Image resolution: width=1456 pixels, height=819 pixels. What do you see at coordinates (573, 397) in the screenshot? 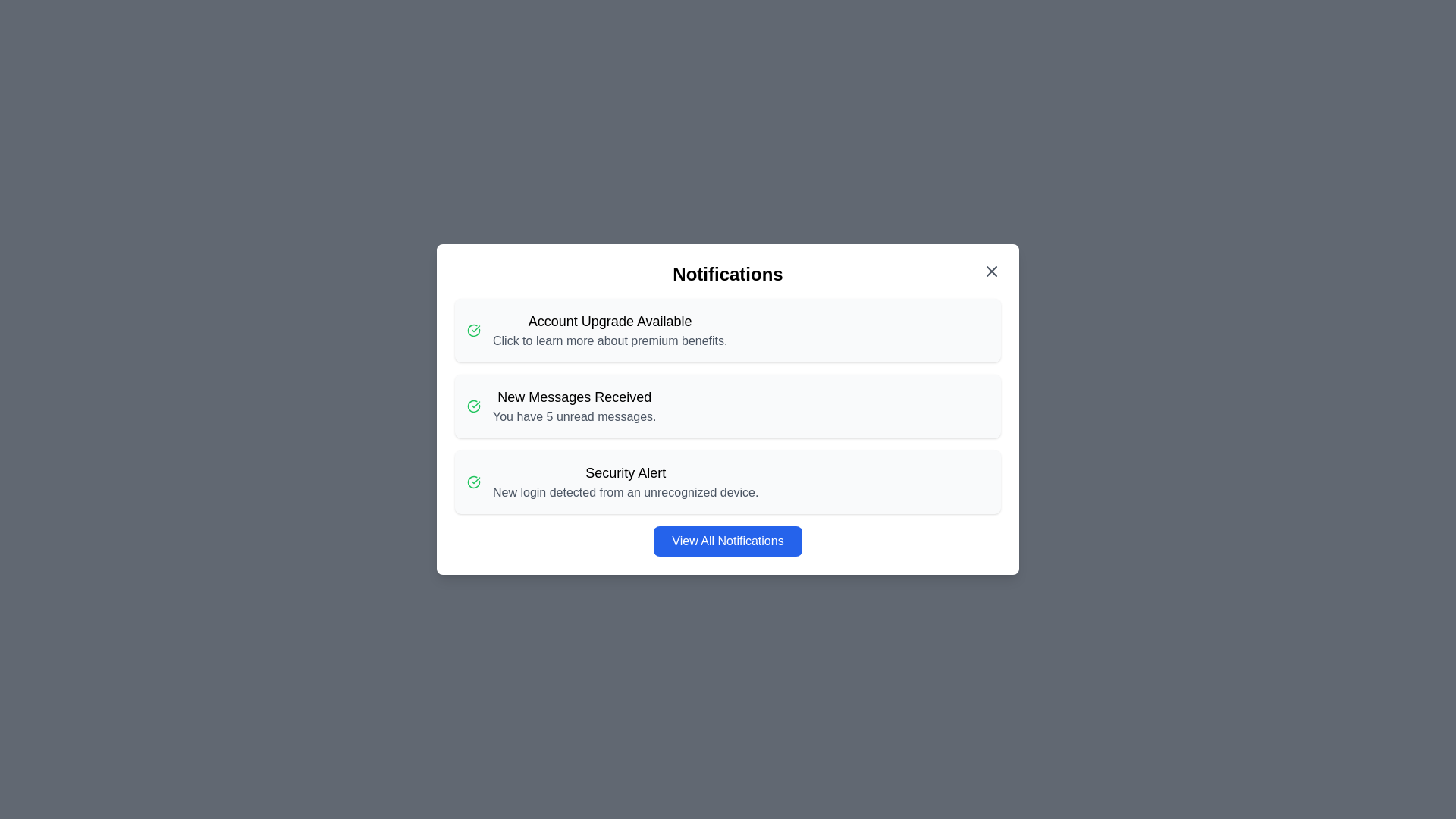
I see `the Text Label, which serves as the title for the second notification item summarizing the notification's content, located above 'You have 5 unread messages.'` at bounding box center [573, 397].